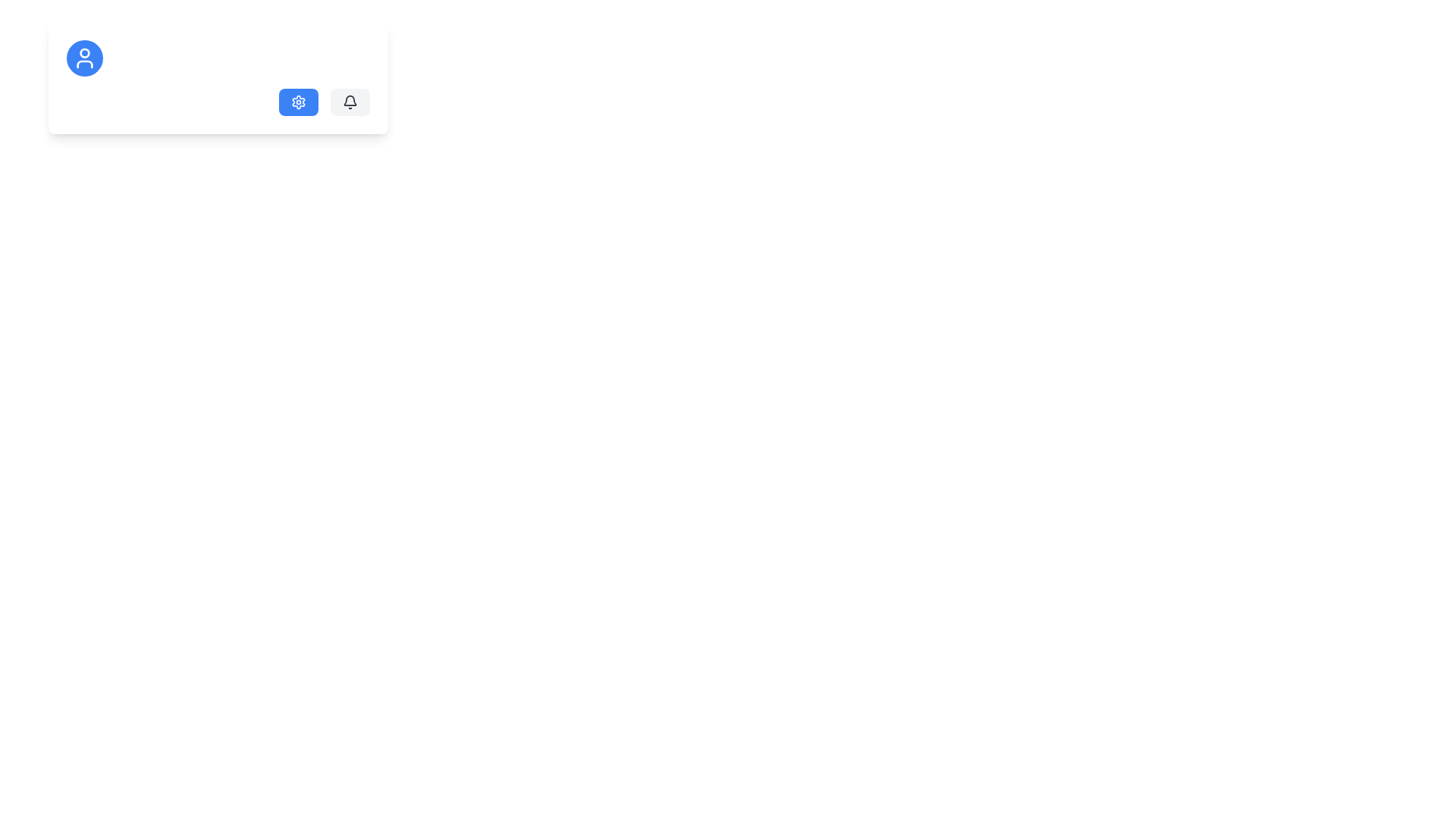 The image size is (1456, 819). What do you see at coordinates (83, 52) in the screenshot?
I see `the circular graphical element representing the head in the user profile icon, which is part of a blue background and white silhouette design located in the top-left corner of the interface` at bounding box center [83, 52].